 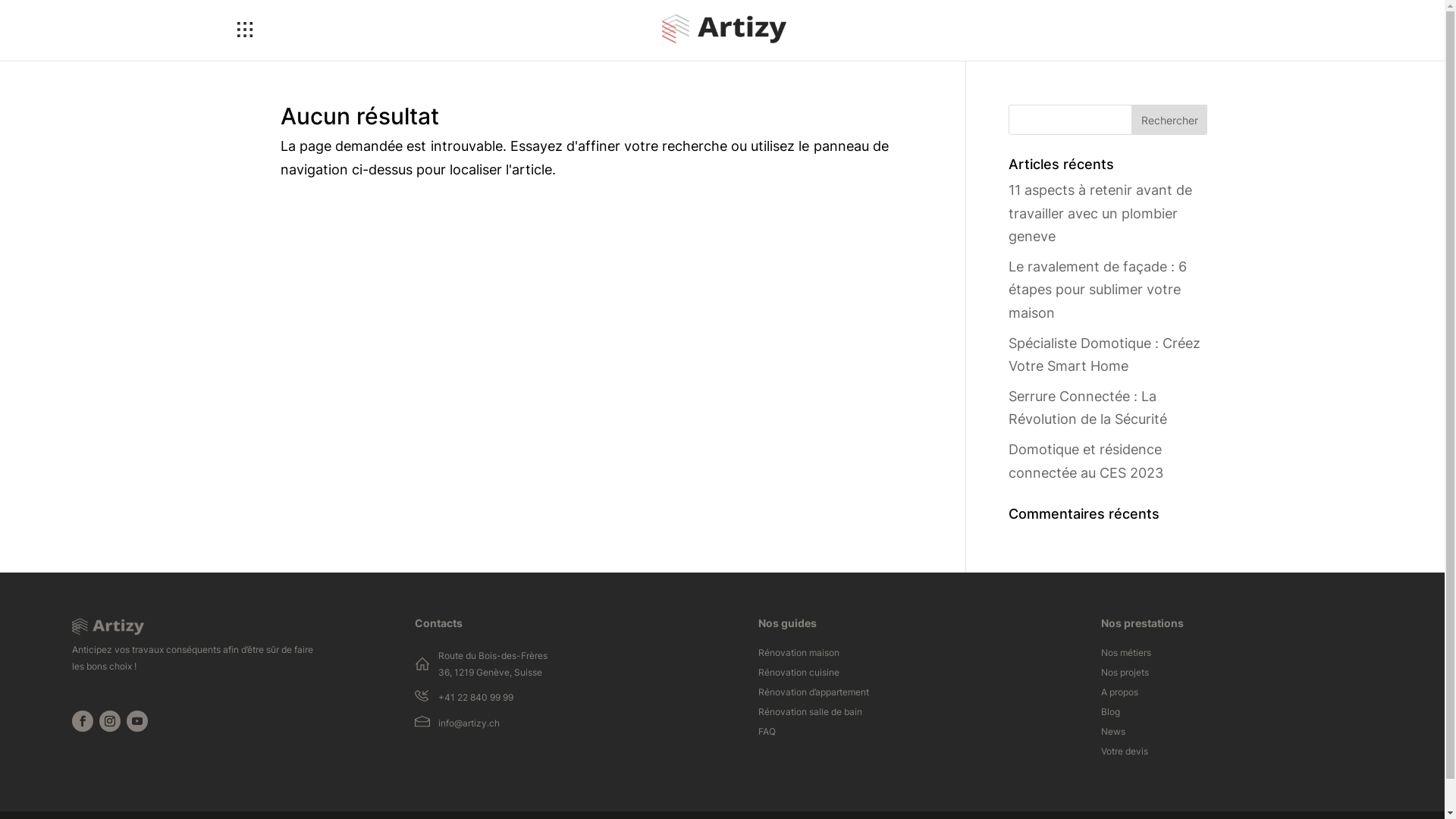 I want to click on 'Nos projets', so click(x=1125, y=675).